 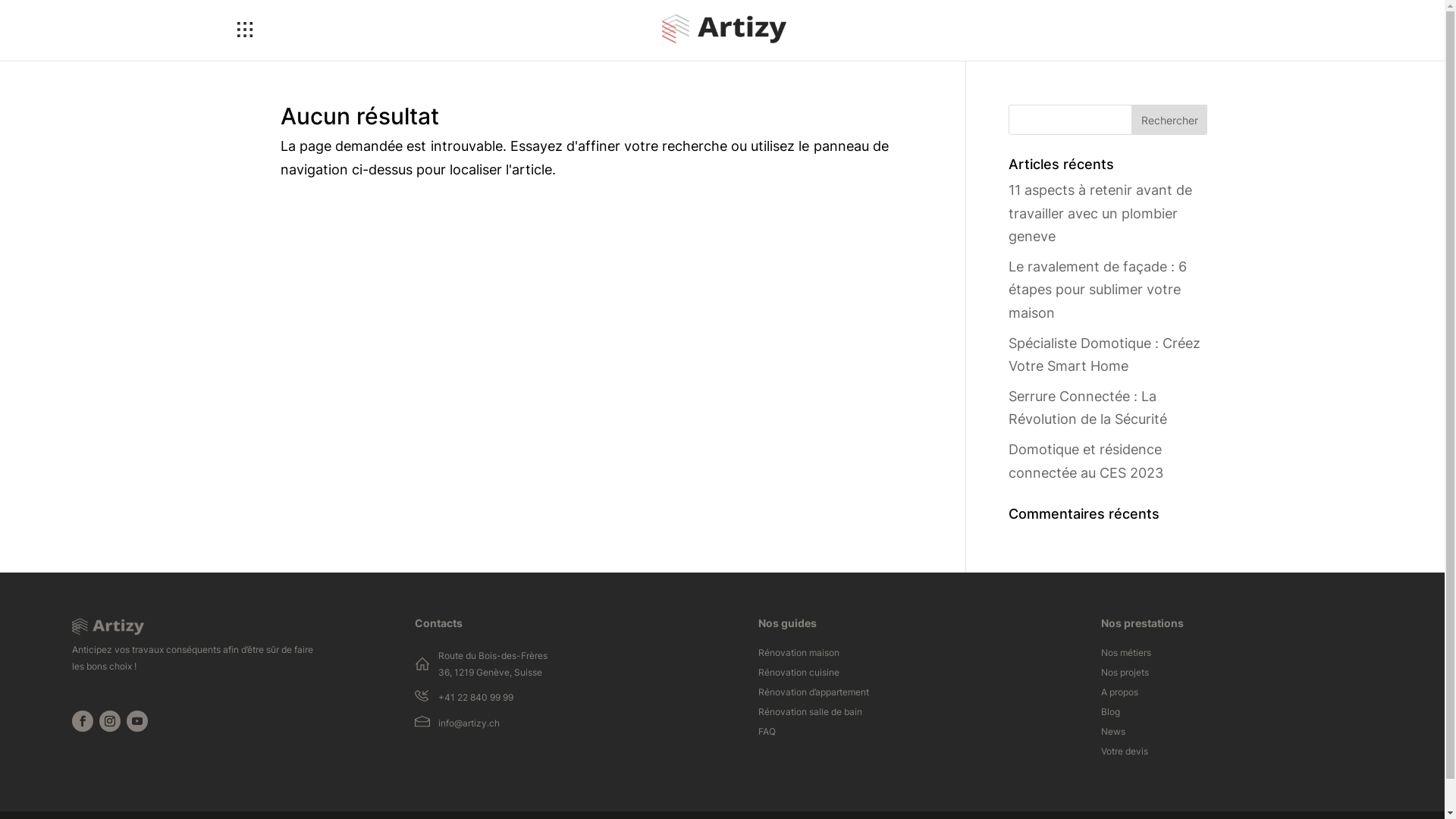 I want to click on 'Nos projets', so click(x=1125, y=675).